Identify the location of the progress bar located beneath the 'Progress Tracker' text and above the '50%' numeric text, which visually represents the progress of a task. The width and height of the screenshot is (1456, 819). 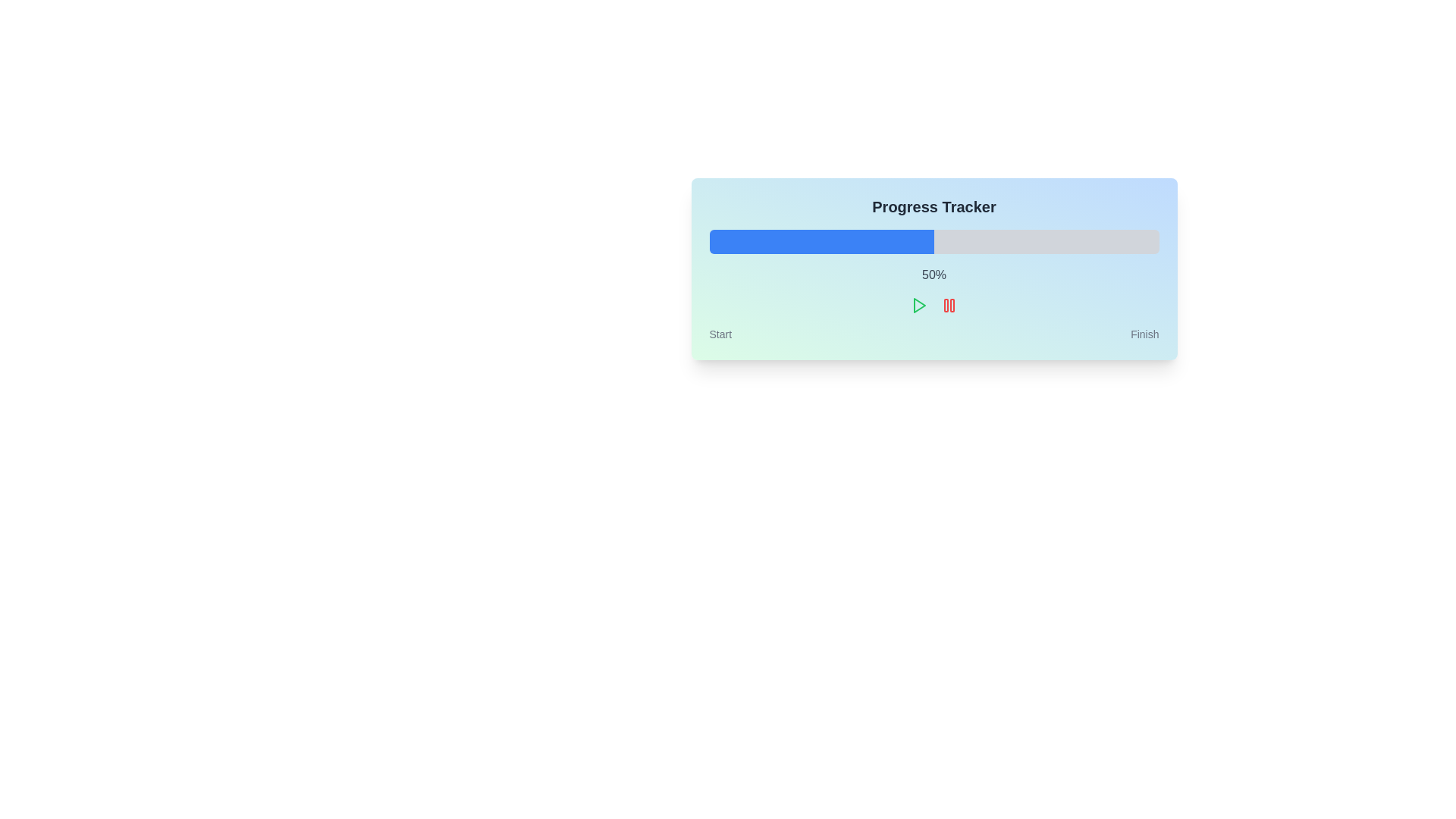
(934, 241).